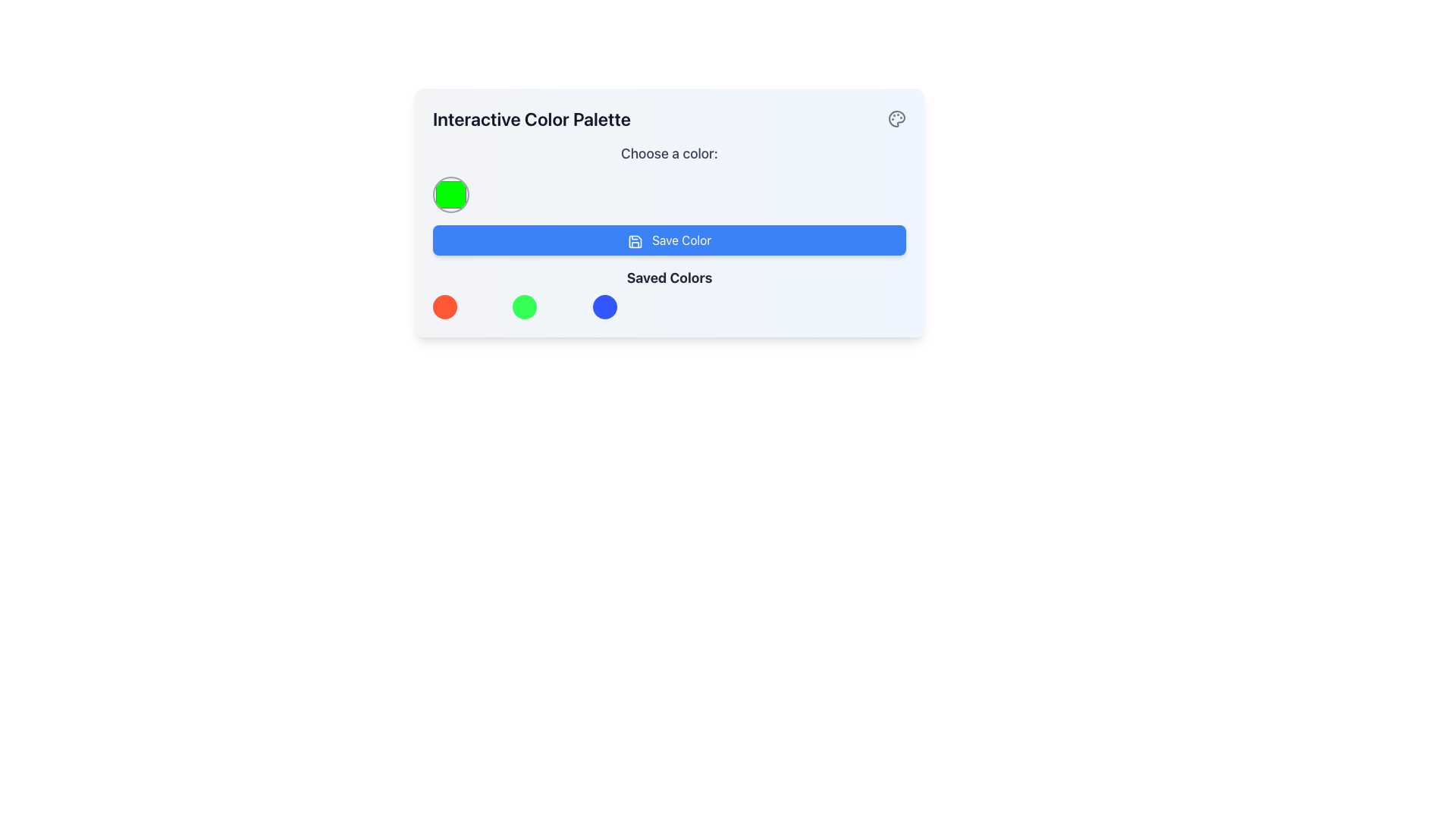  Describe the element at coordinates (450, 194) in the screenshot. I see `the first circular color selector, which is an interactive color picker for selecting green` at that location.